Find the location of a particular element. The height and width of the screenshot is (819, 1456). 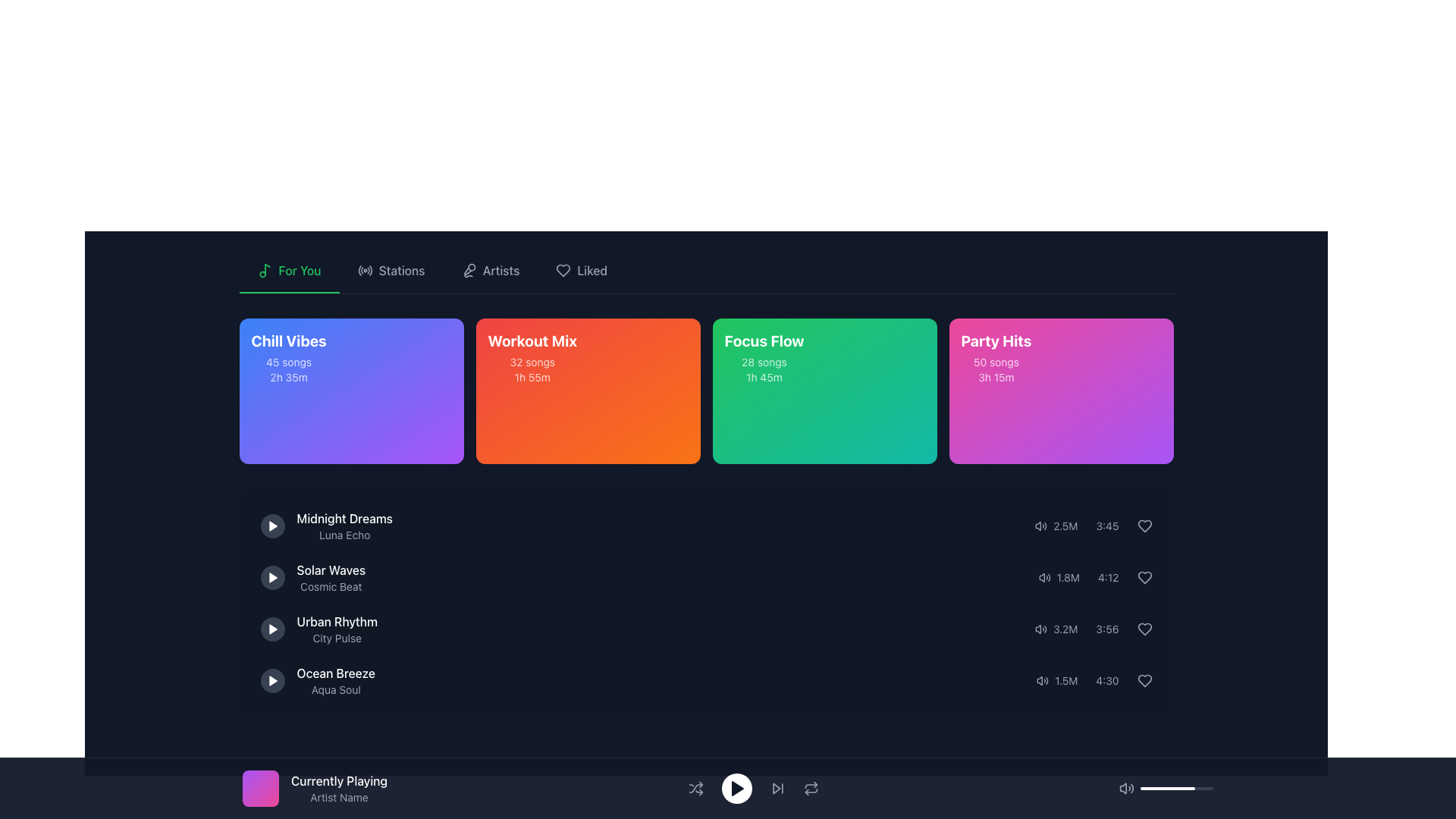

the 'Next' button located in the bottom toolbar, which is the fourth button from the left is located at coordinates (777, 788).